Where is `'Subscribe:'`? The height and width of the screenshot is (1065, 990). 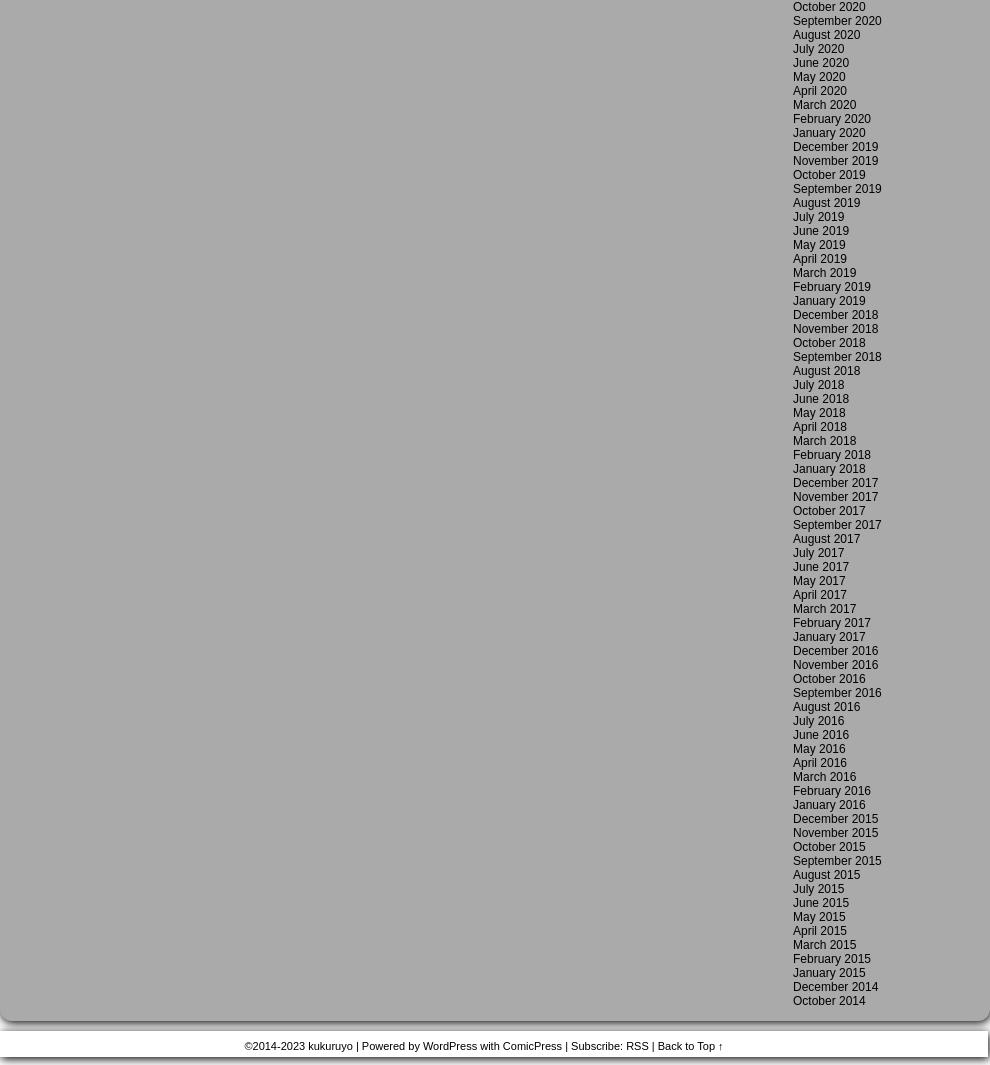
'Subscribe:' is located at coordinates (595, 1046).